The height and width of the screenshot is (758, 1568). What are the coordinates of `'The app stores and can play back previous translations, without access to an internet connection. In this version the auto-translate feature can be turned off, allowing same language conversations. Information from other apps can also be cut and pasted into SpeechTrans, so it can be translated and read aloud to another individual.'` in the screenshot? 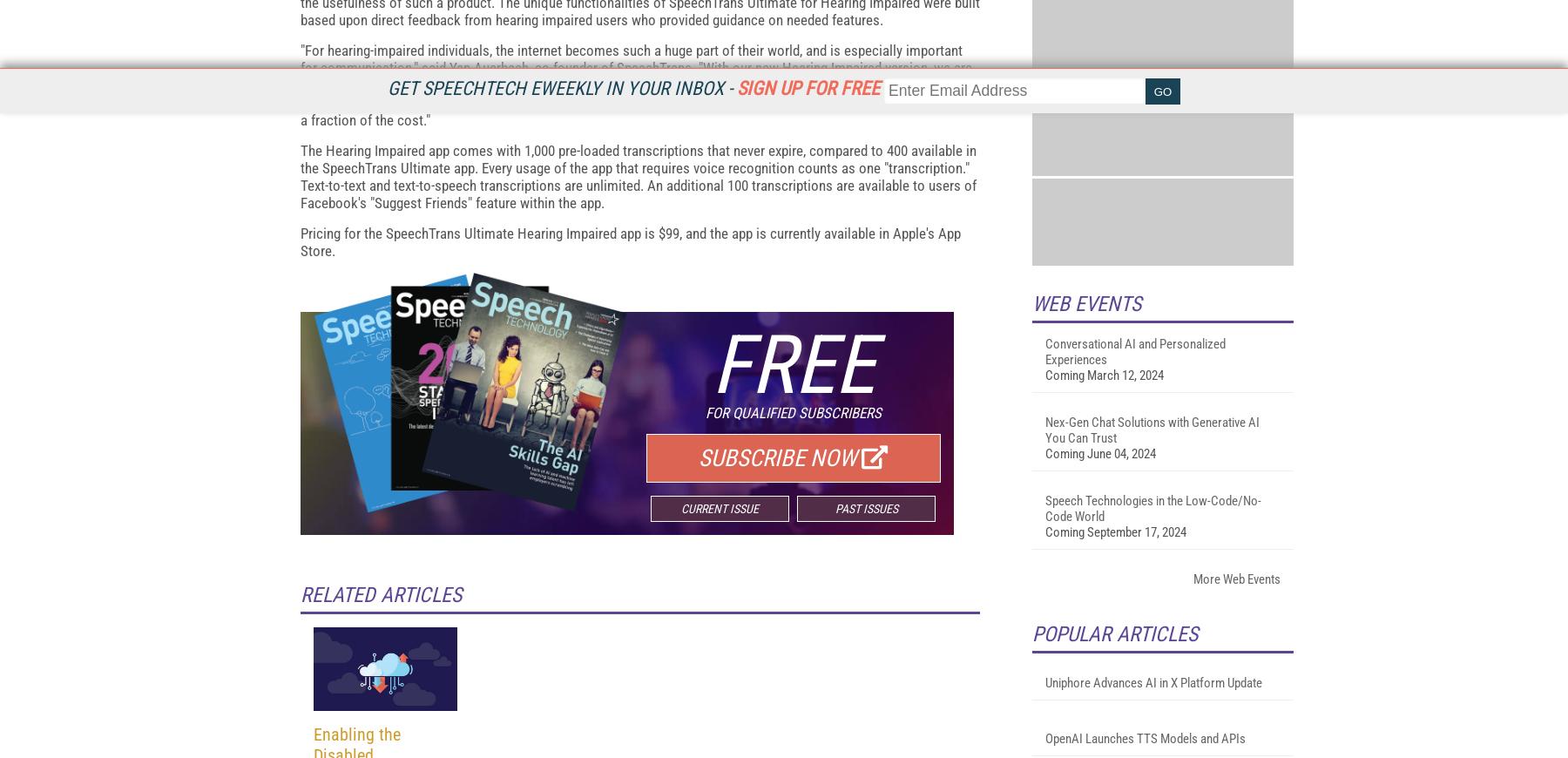 It's located at (637, 80).